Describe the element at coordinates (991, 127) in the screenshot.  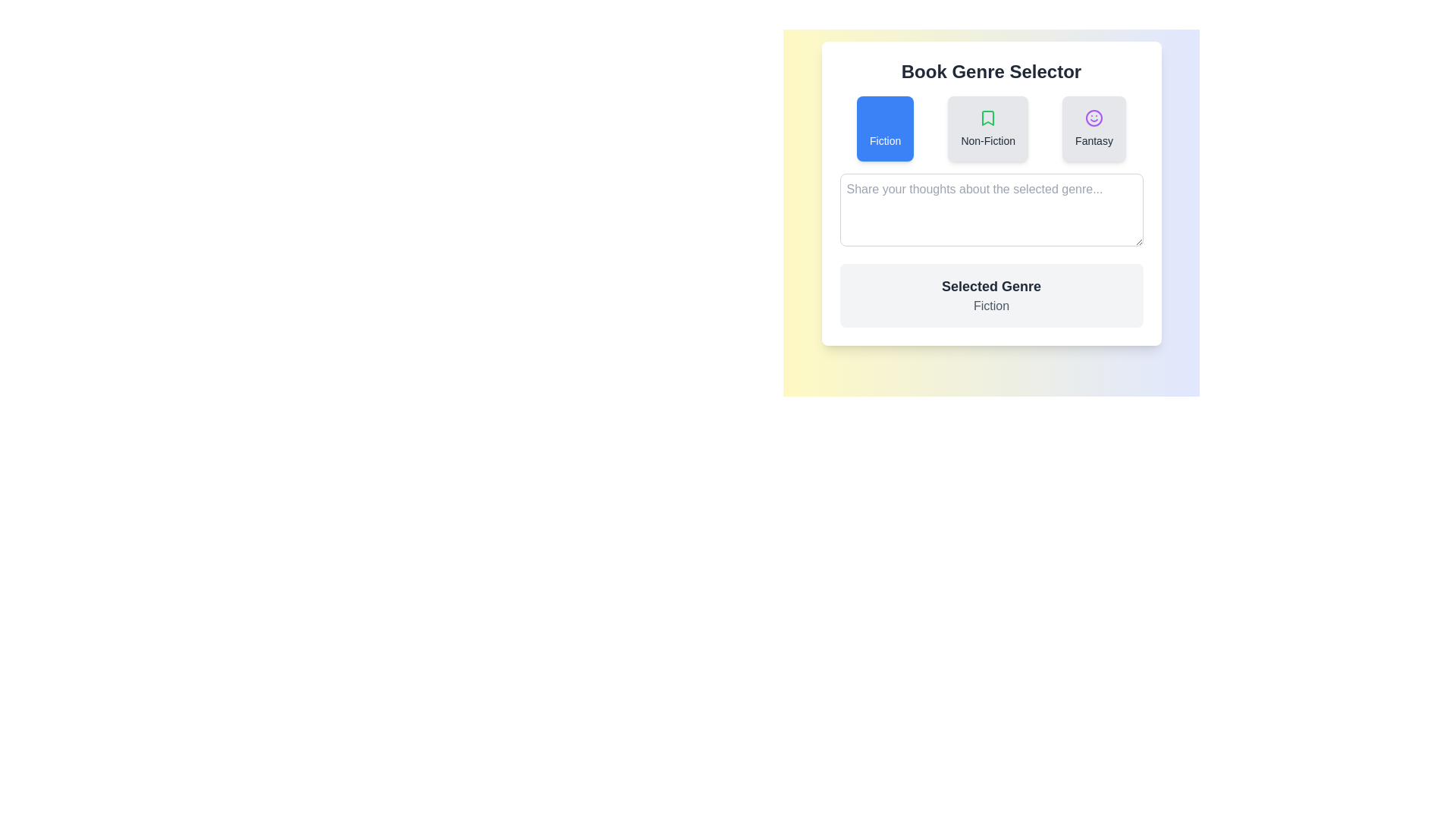
I see `the centrally positioned 'Non-Fiction' button in the grouped set of interactive buttons representing book genres: Fiction, Non-Fiction, and Fantasy` at that location.